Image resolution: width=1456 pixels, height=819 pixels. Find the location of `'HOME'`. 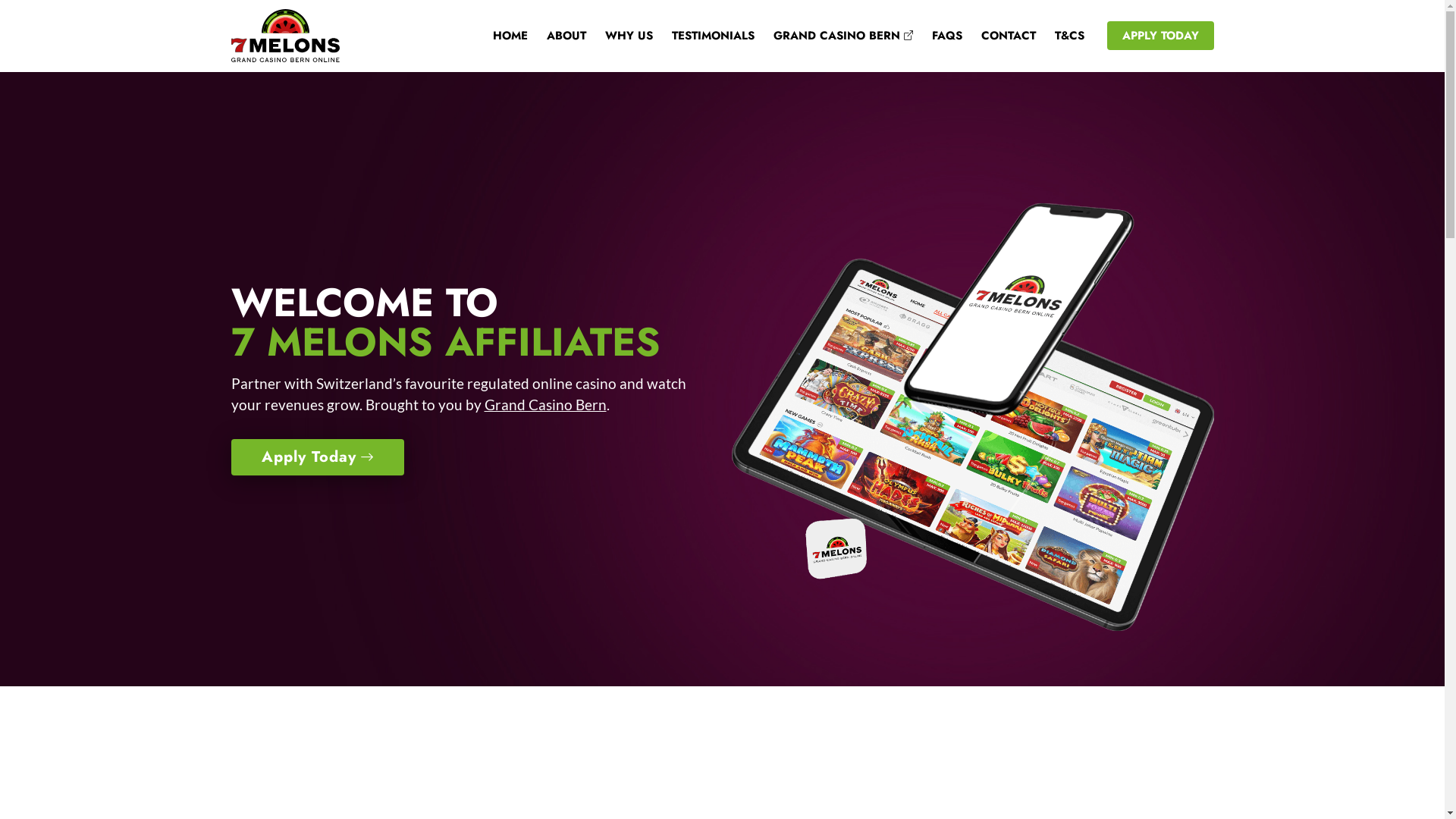

'HOME' is located at coordinates (500, 35).